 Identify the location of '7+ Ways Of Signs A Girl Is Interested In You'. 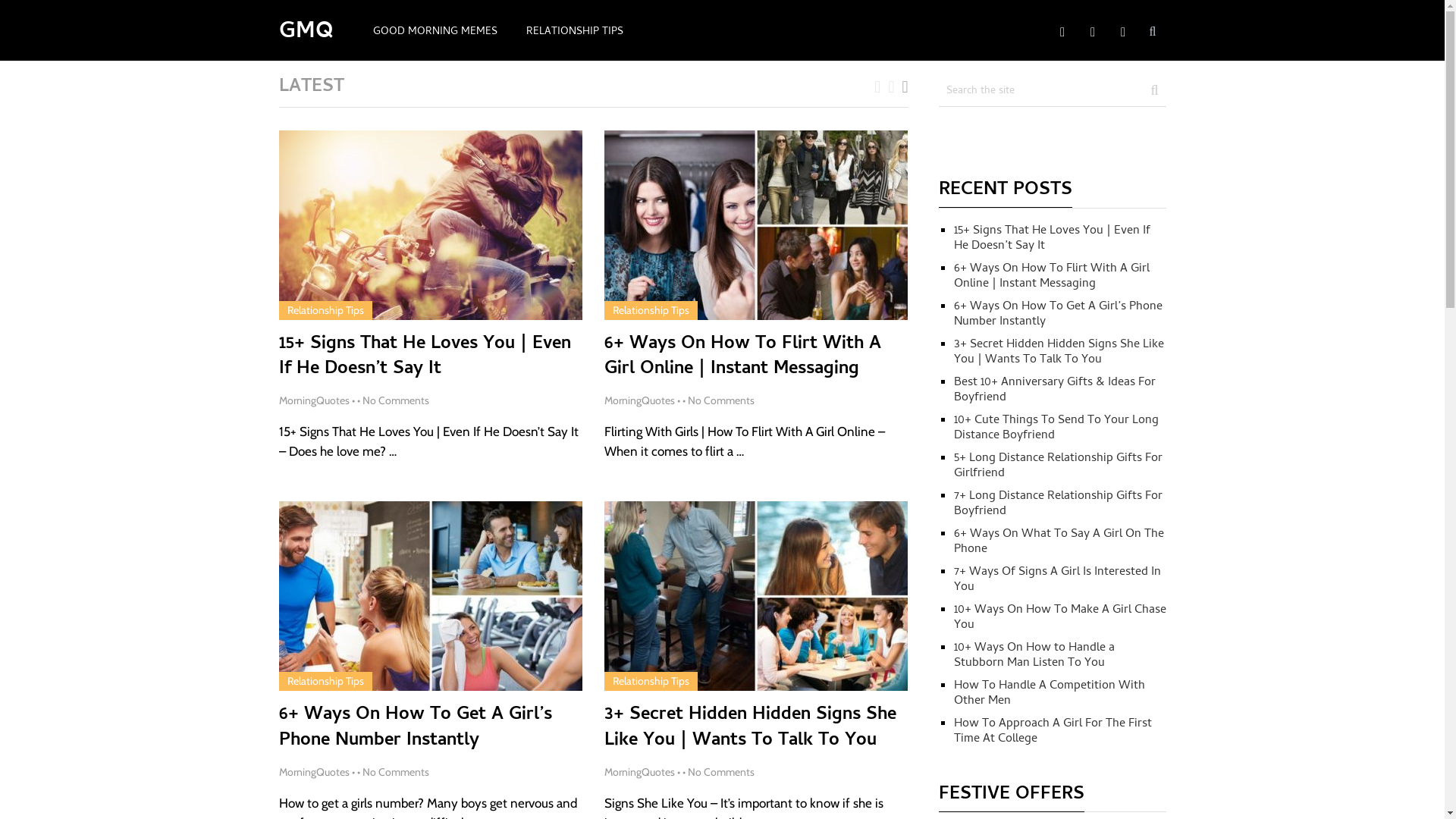
(1056, 579).